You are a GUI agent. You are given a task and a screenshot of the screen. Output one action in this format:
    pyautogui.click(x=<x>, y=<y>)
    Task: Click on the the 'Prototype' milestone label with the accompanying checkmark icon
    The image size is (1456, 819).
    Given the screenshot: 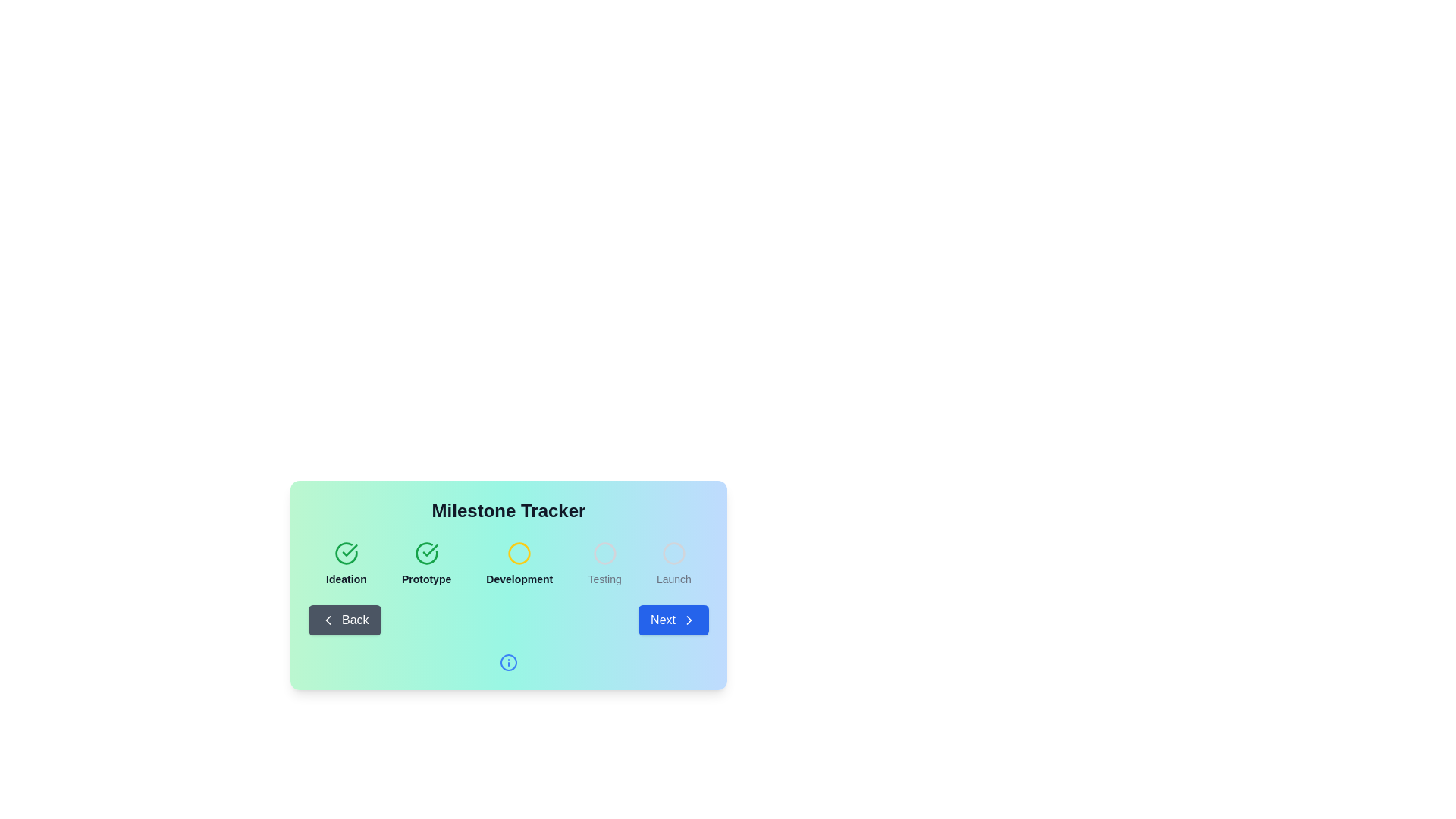 What is the action you would take?
    pyautogui.click(x=425, y=564)
    